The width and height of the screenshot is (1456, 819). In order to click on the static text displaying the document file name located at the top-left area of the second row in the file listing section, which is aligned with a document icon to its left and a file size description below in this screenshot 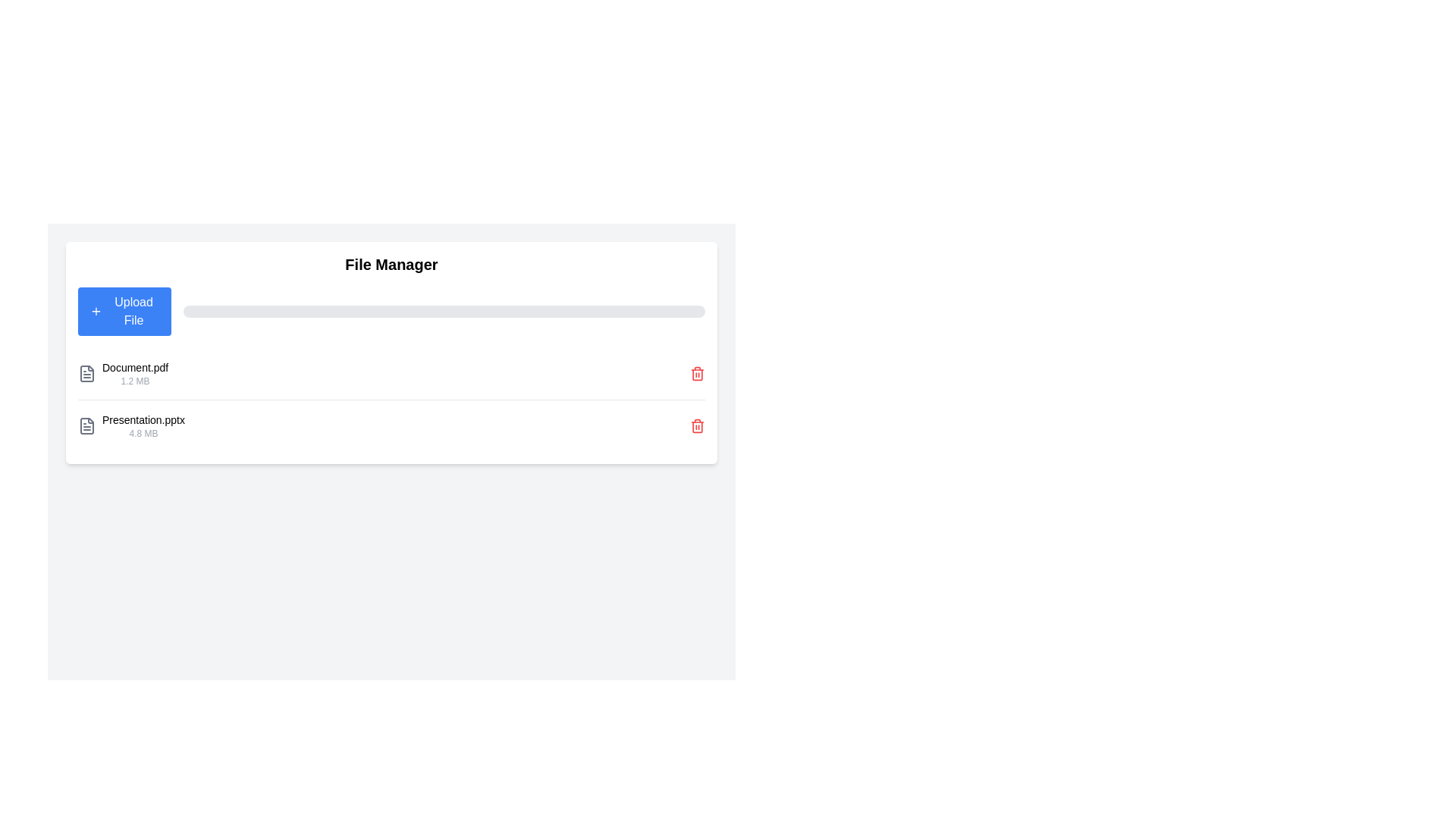, I will do `click(135, 368)`.